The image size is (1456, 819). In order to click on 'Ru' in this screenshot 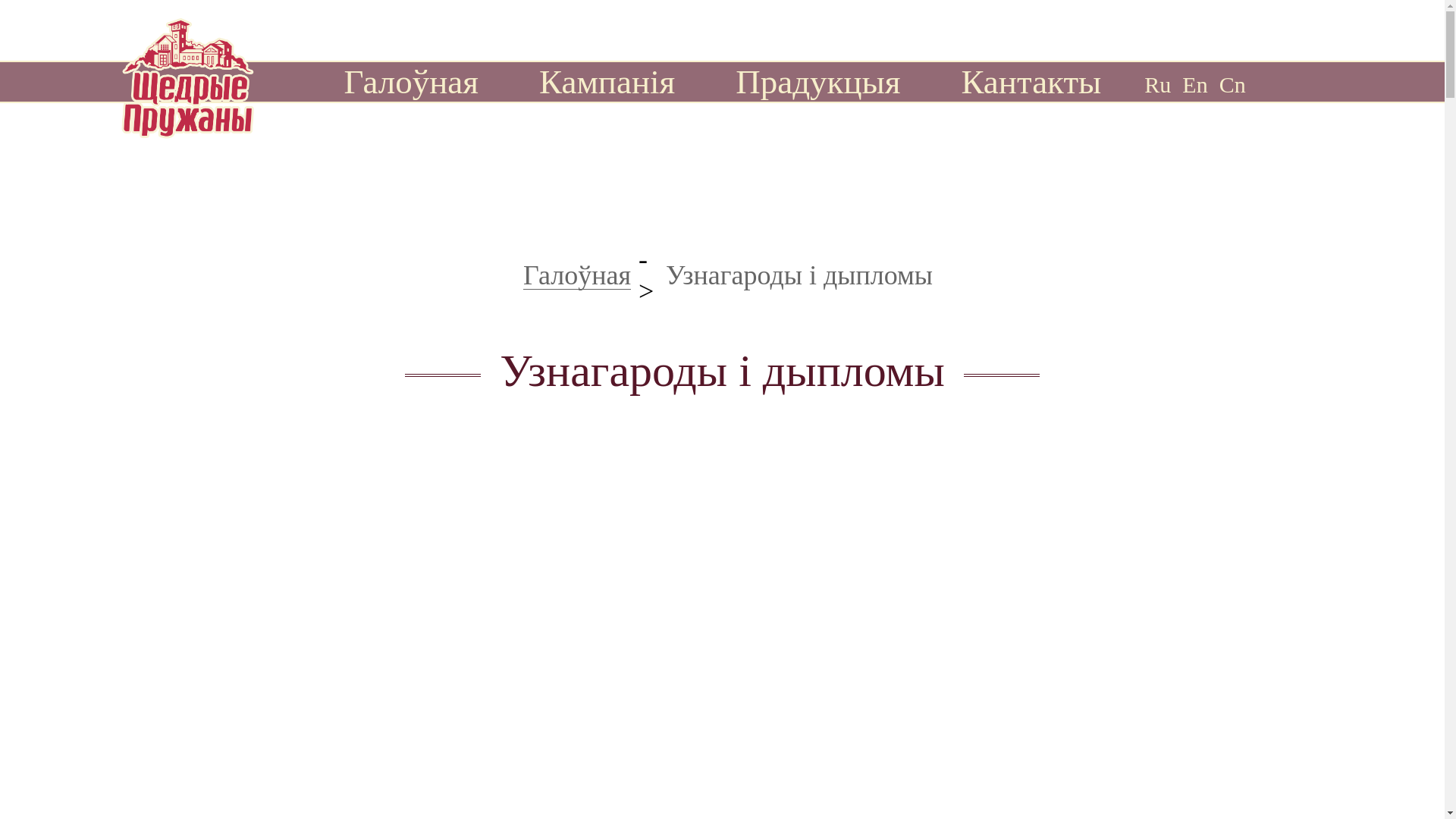, I will do `click(1144, 83)`.